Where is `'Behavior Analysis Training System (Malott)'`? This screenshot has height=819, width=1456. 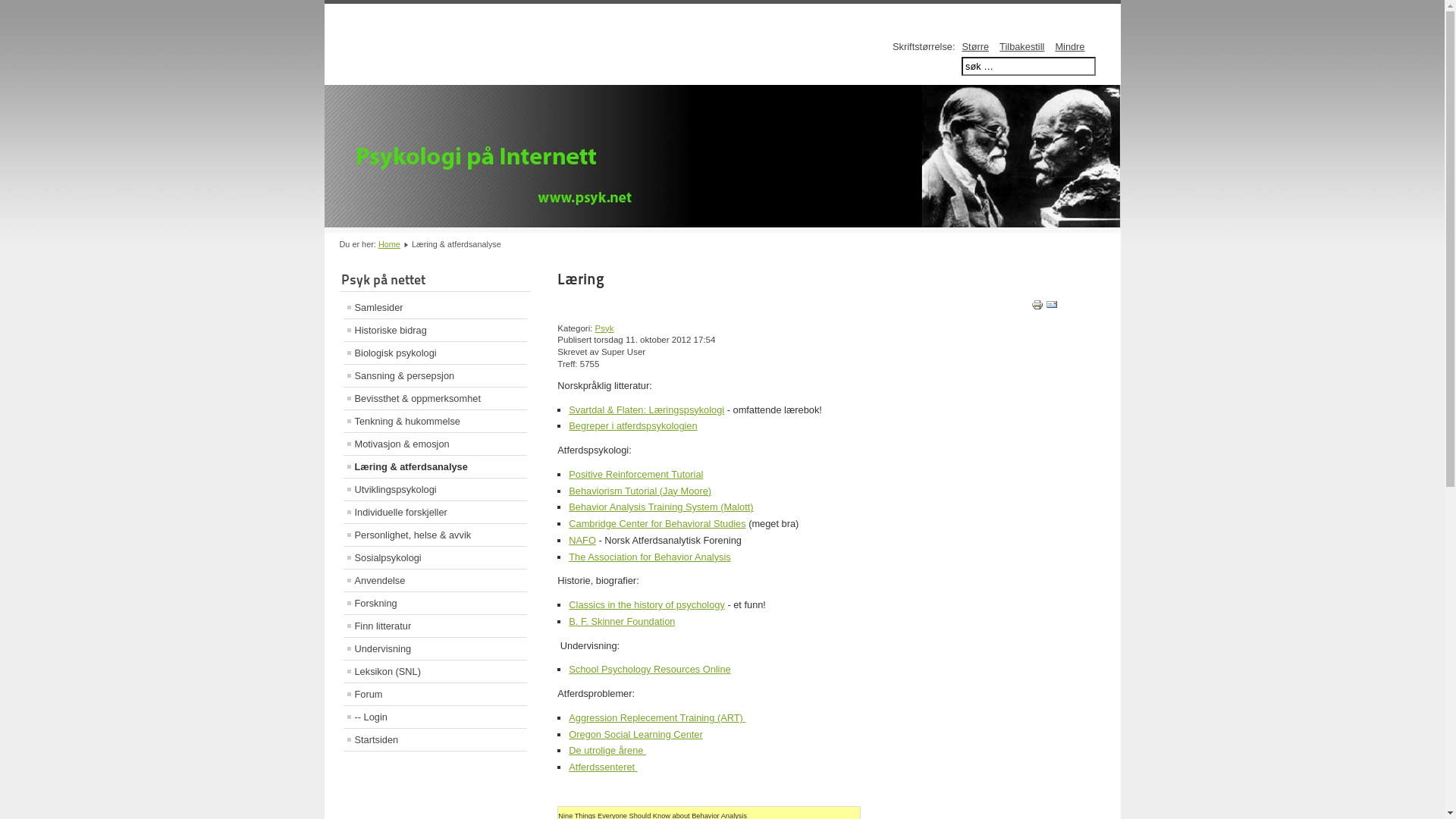
'Behavior Analysis Training System (Malott)' is located at coordinates (661, 507).